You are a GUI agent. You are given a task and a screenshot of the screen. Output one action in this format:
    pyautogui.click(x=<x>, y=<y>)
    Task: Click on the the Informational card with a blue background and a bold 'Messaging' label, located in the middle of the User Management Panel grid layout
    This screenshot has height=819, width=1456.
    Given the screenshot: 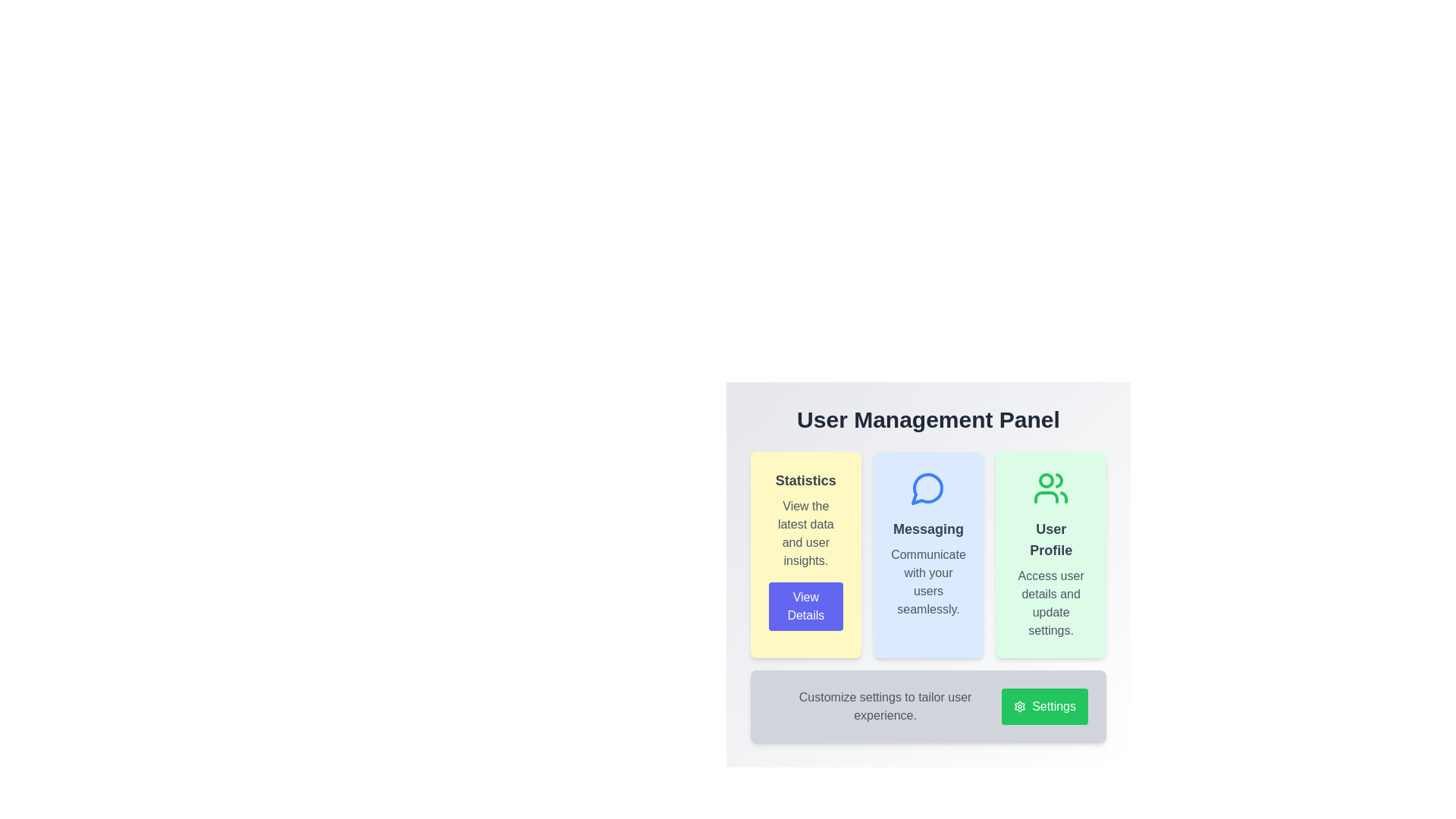 What is the action you would take?
    pyautogui.click(x=927, y=555)
    